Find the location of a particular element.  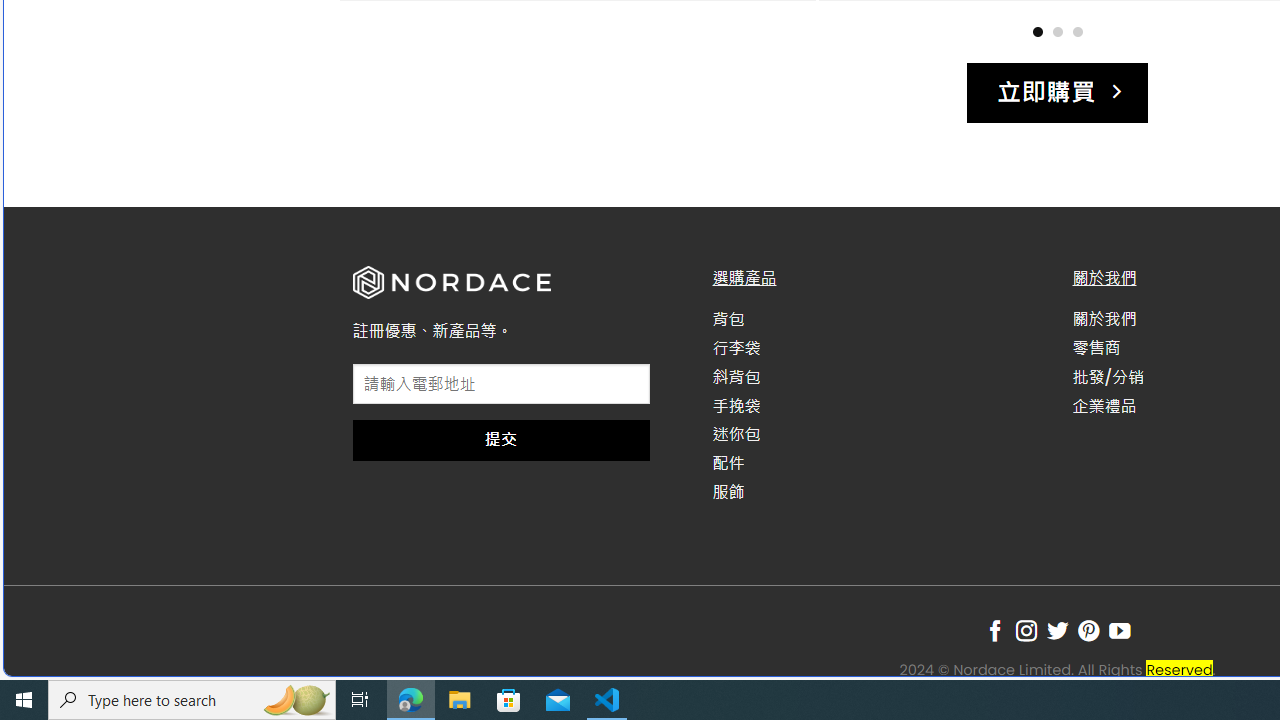

'Page dot 3' is located at coordinates (1076, 31).